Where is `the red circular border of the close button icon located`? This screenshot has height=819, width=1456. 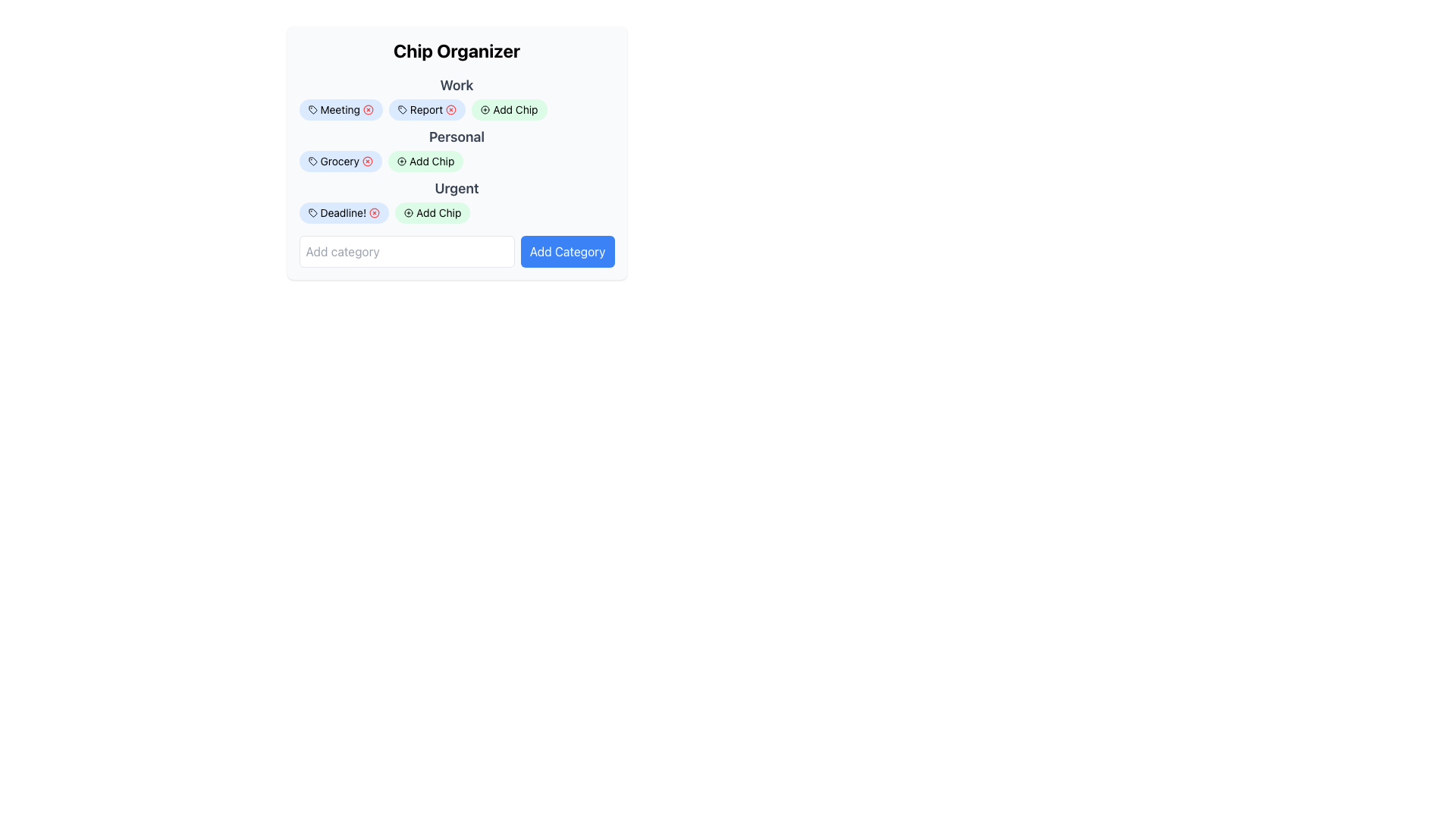 the red circular border of the close button icon located is located at coordinates (375, 213).